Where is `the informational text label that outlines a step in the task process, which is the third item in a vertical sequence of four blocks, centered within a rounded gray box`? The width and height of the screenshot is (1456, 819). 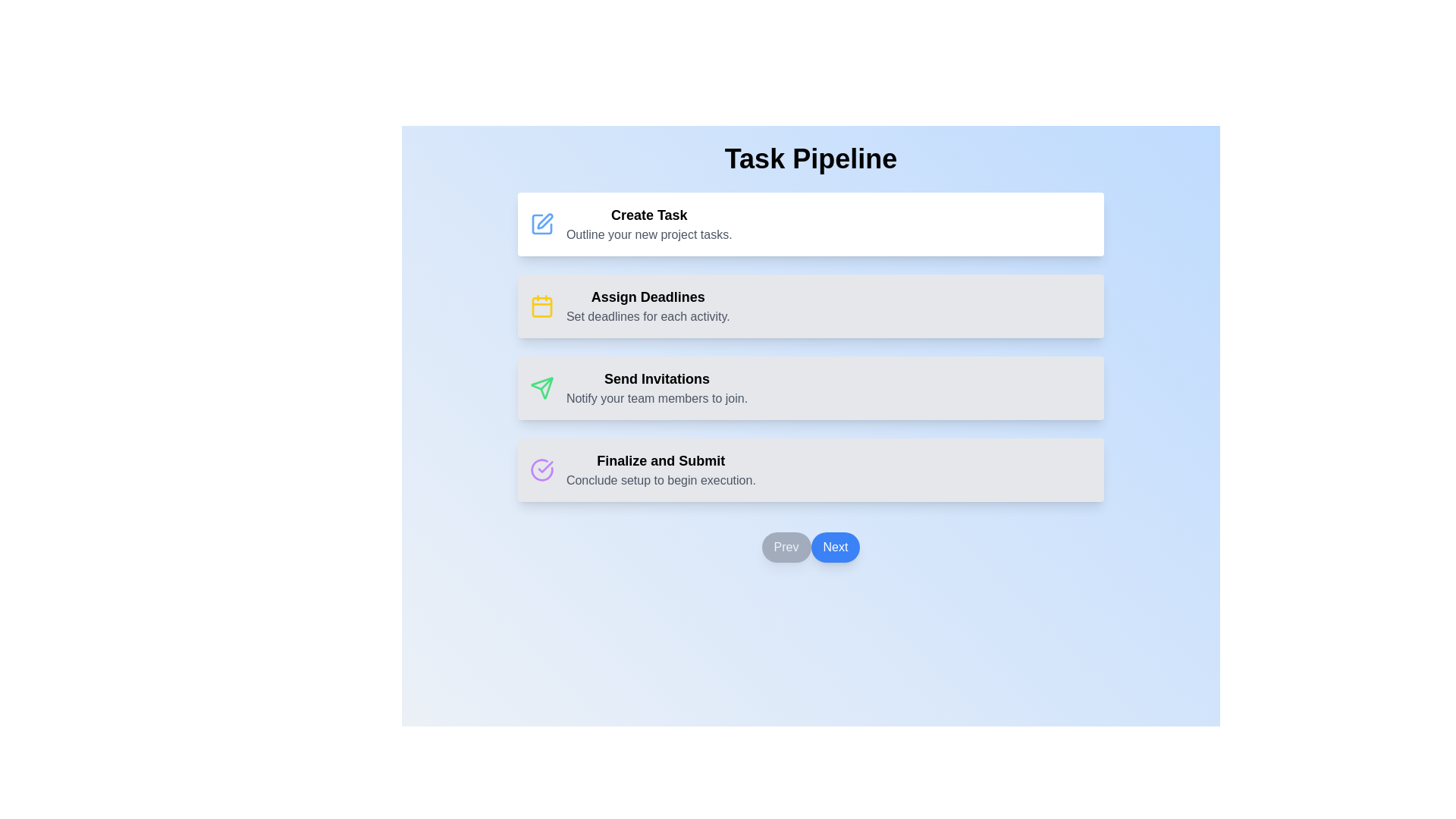 the informational text label that outlines a step in the task process, which is the third item in a vertical sequence of four blocks, centered within a rounded gray box is located at coordinates (657, 388).